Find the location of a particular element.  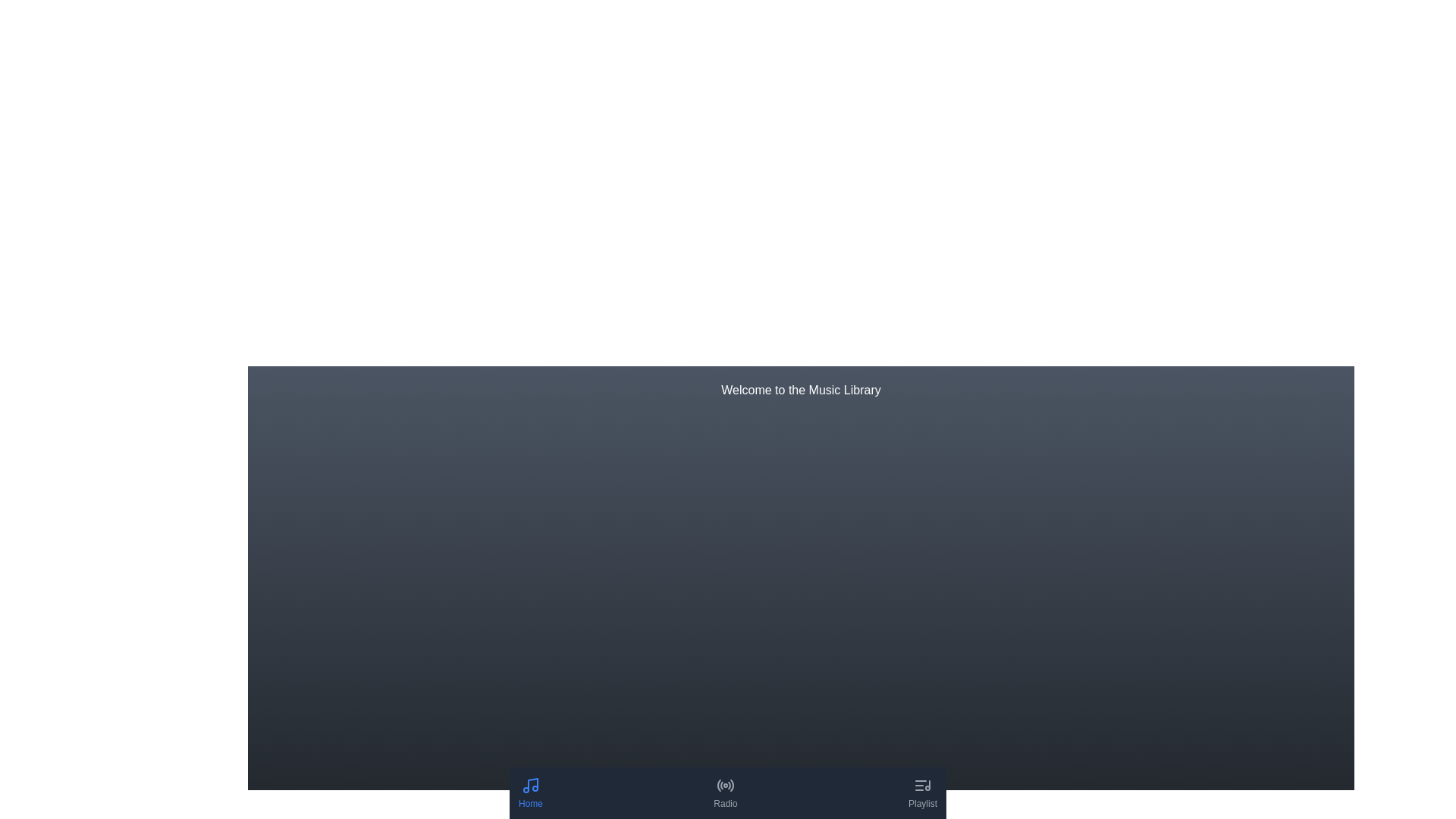

the 'Home' text label, which is styled with a small font size and blue color, located underneath the musical note icon in the bottom navigation bar is located at coordinates (531, 803).